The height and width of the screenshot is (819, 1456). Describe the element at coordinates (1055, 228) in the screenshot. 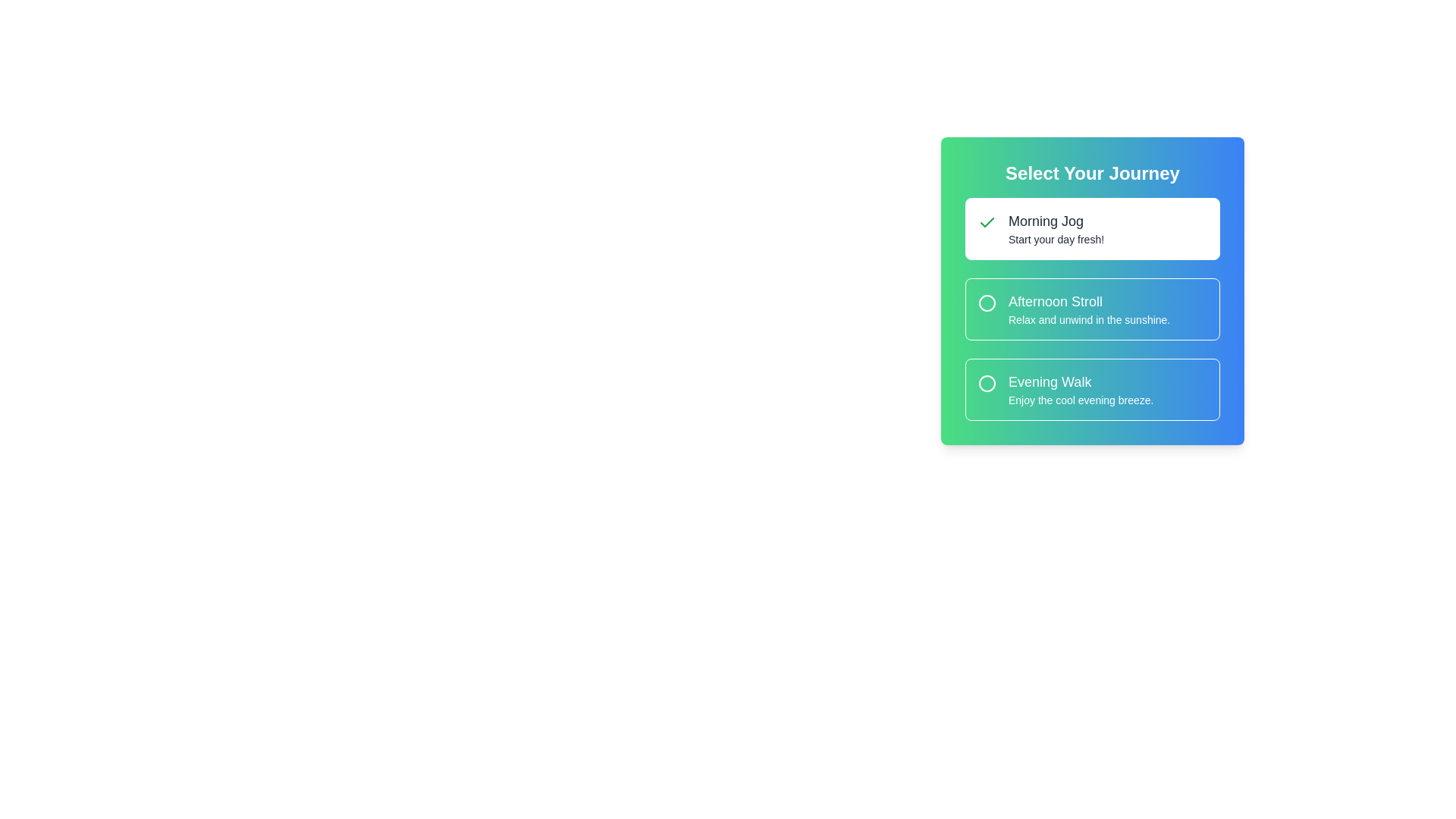

I see `the textual component displaying 'Morning Jog' and 'Start your day fresh!' which is centered within a white rectangular card with rounded corners` at that location.